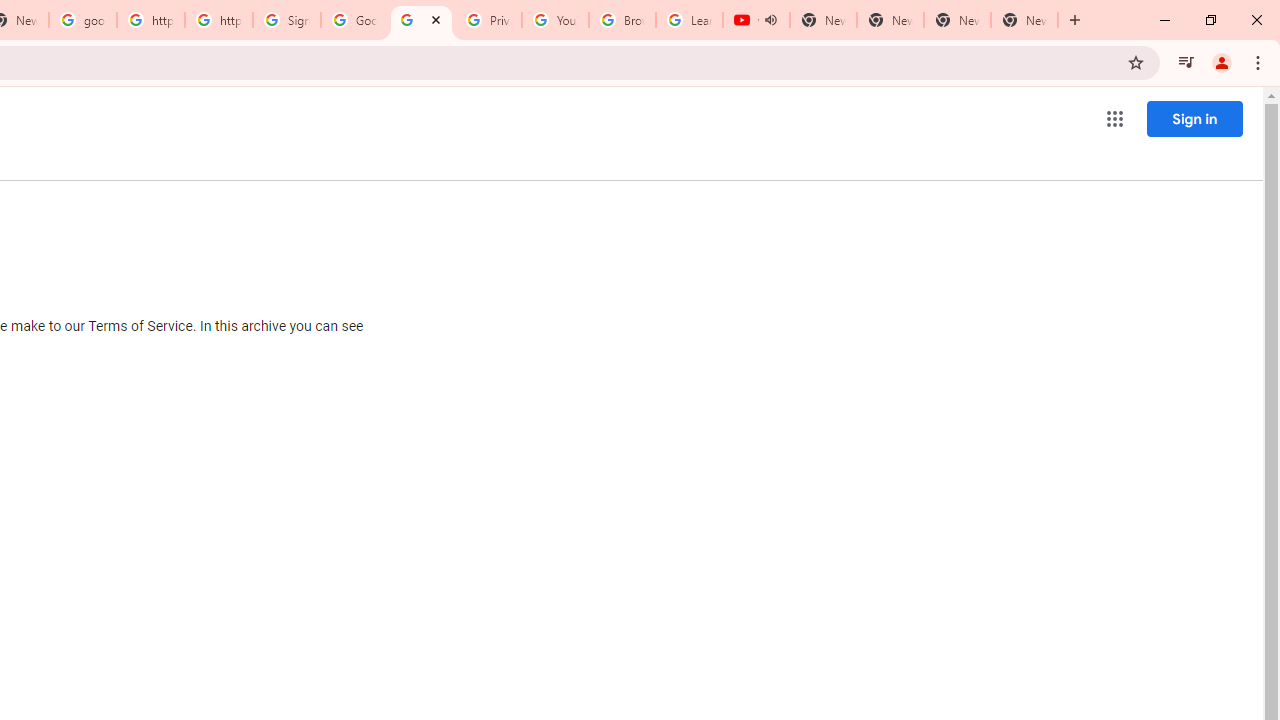  What do you see at coordinates (1209, 20) in the screenshot?
I see `'Restore'` at bounding box center [1209, 20].